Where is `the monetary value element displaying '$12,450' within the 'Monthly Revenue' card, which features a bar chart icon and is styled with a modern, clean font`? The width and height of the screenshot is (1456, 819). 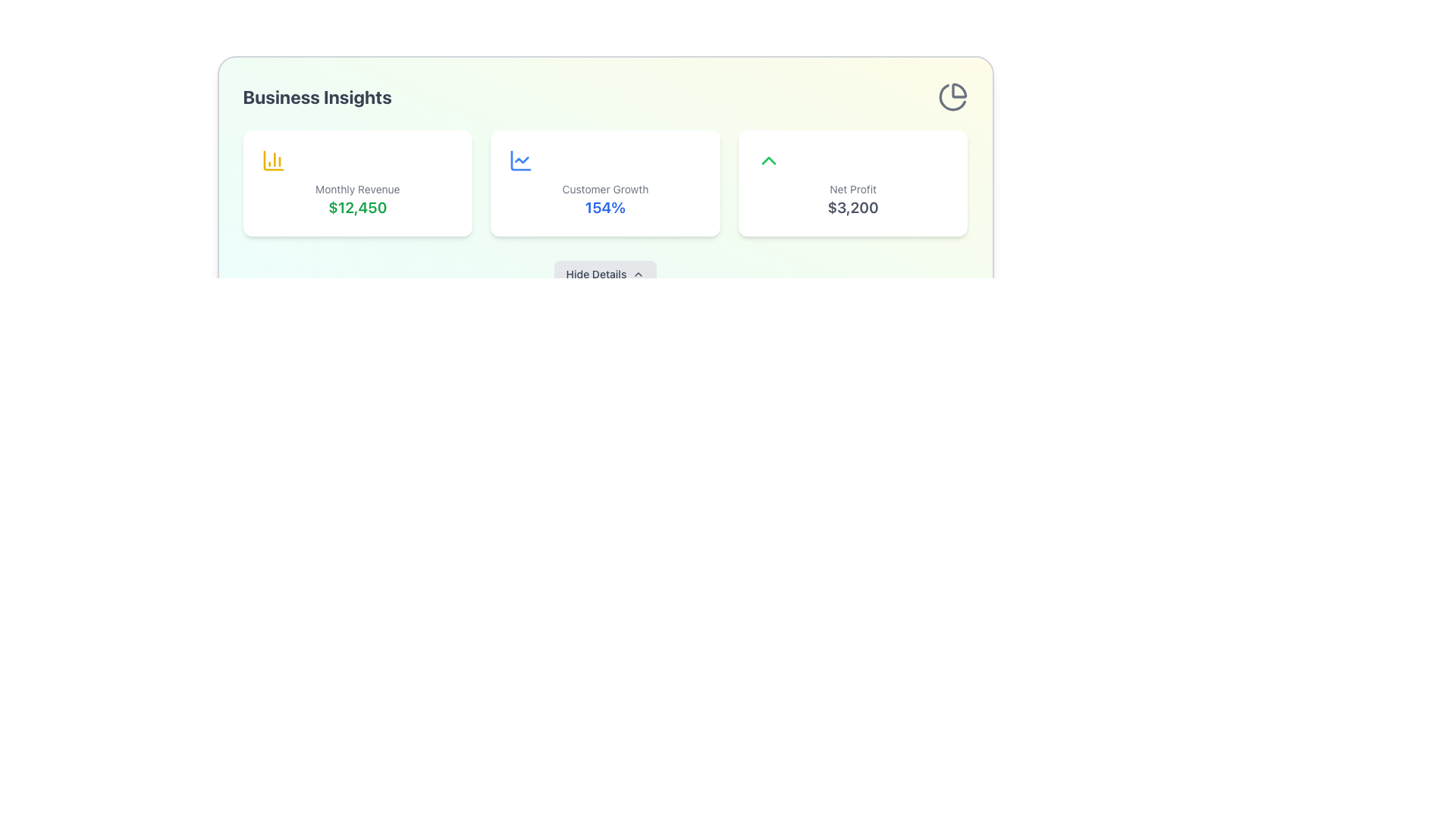
the monetary value element displaying '$12,450' within the 'Monthly Revenue' card, which features a bar chart icon and is styled with a modern, clean font is located at coordinates (356, 207).